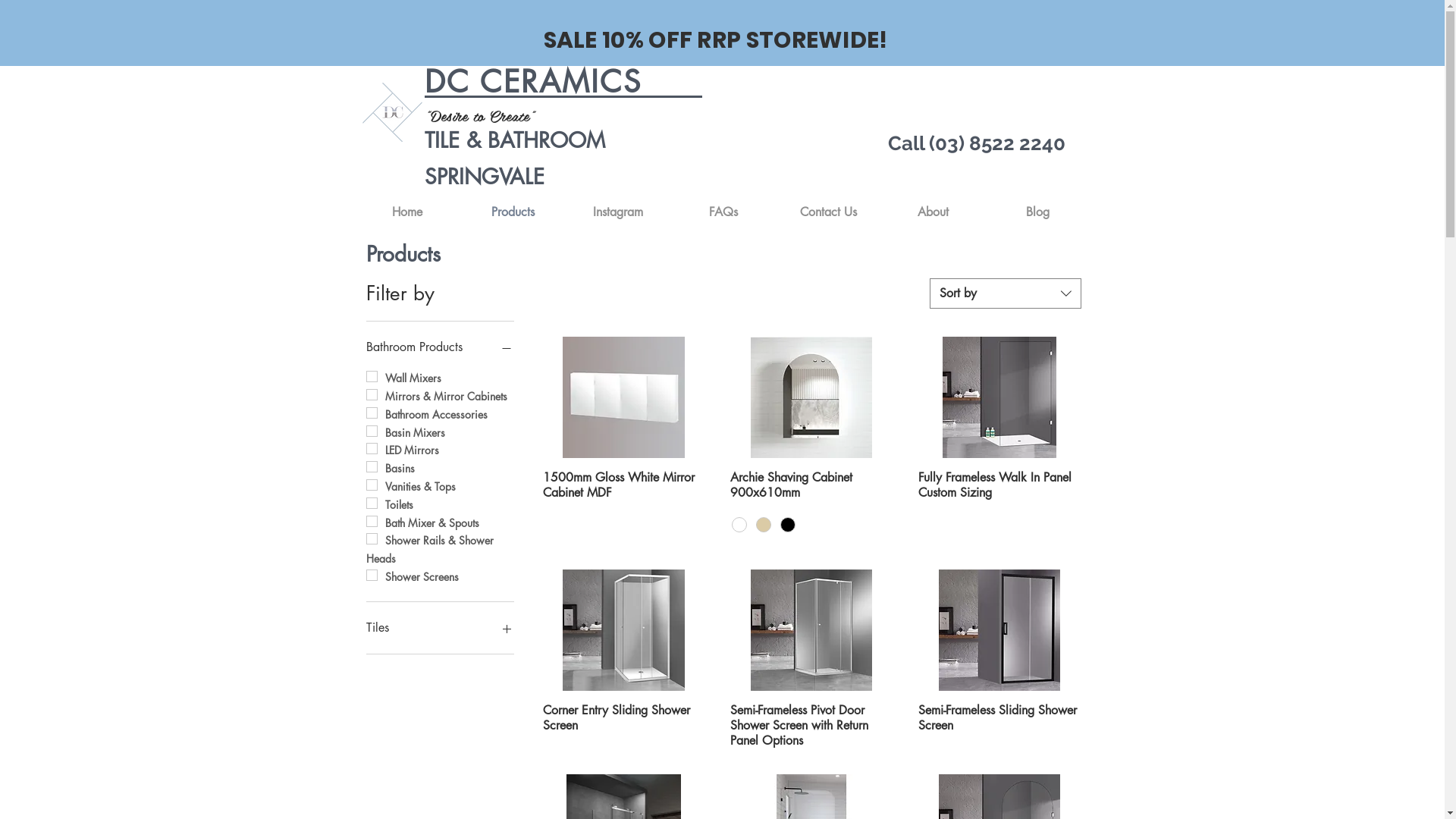 Image resolution: width=1456 pixels, height=819 pixels. Describe the element at coordinates (483, 175) in the screenshot. I see `'SPRINGVALE'` at that location.